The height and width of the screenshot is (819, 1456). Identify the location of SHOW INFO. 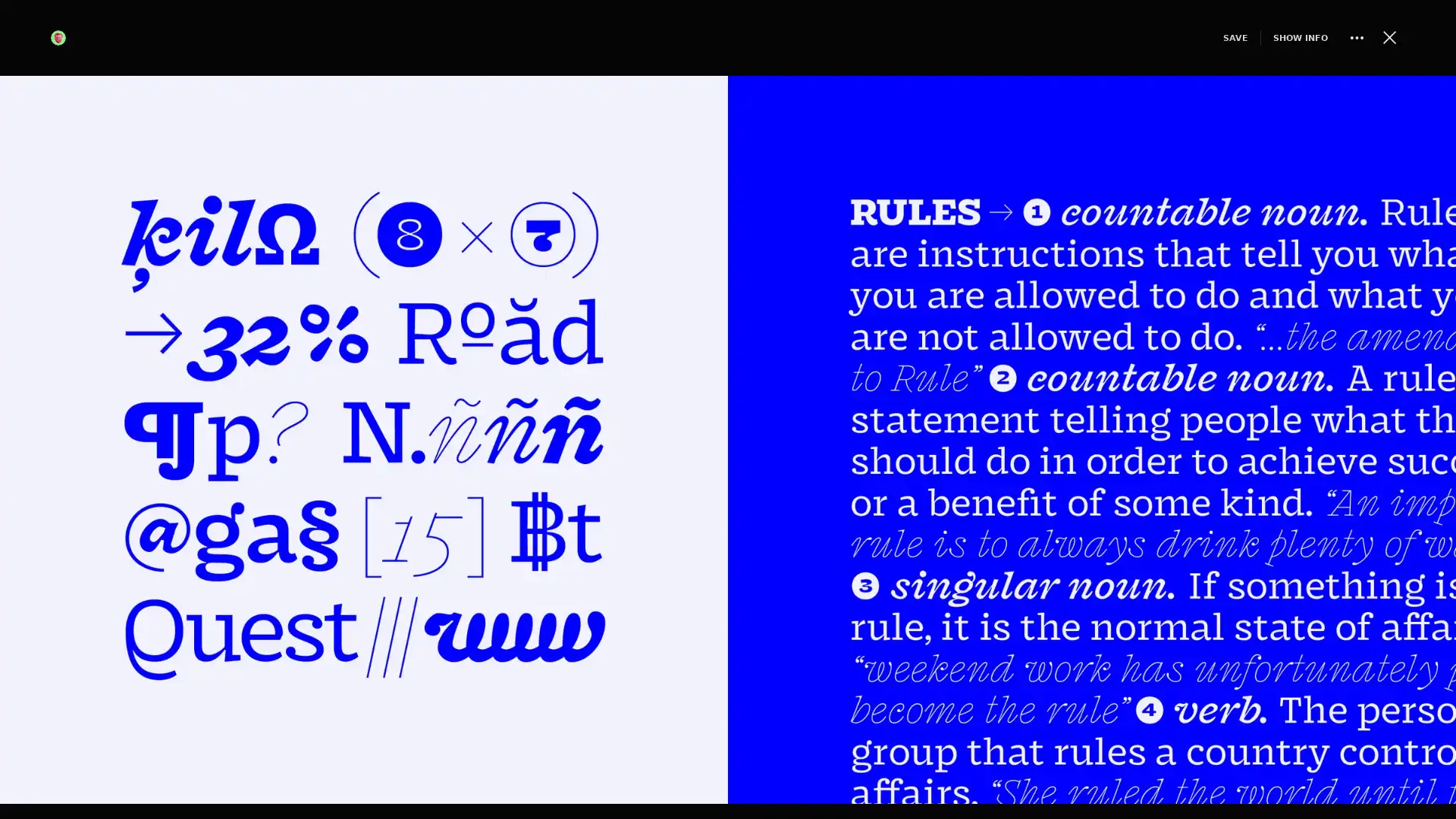
(1274, 36).